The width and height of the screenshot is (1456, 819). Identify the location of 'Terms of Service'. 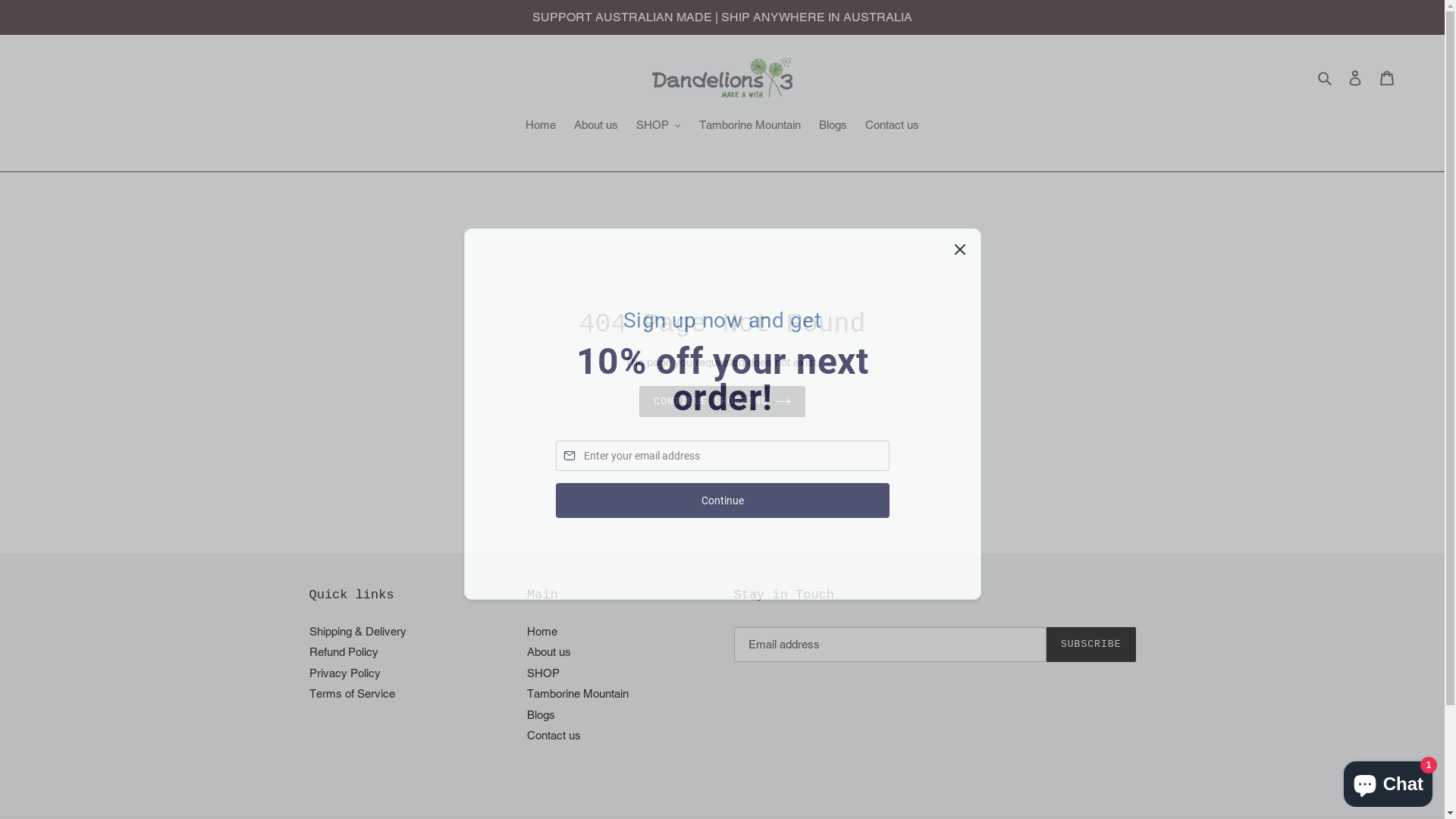
(309, 693).